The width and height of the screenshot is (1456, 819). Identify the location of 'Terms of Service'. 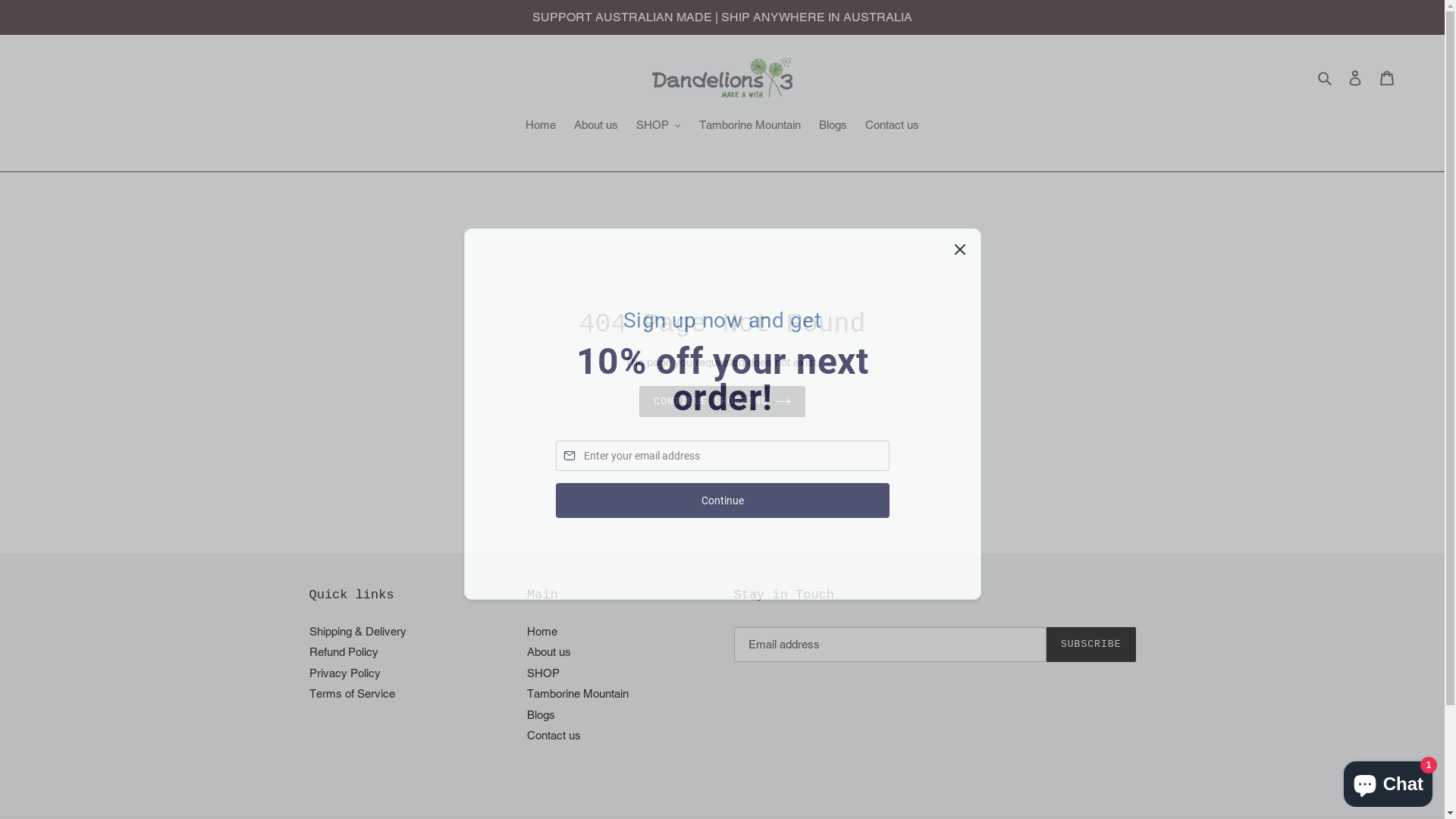
(309, 693).